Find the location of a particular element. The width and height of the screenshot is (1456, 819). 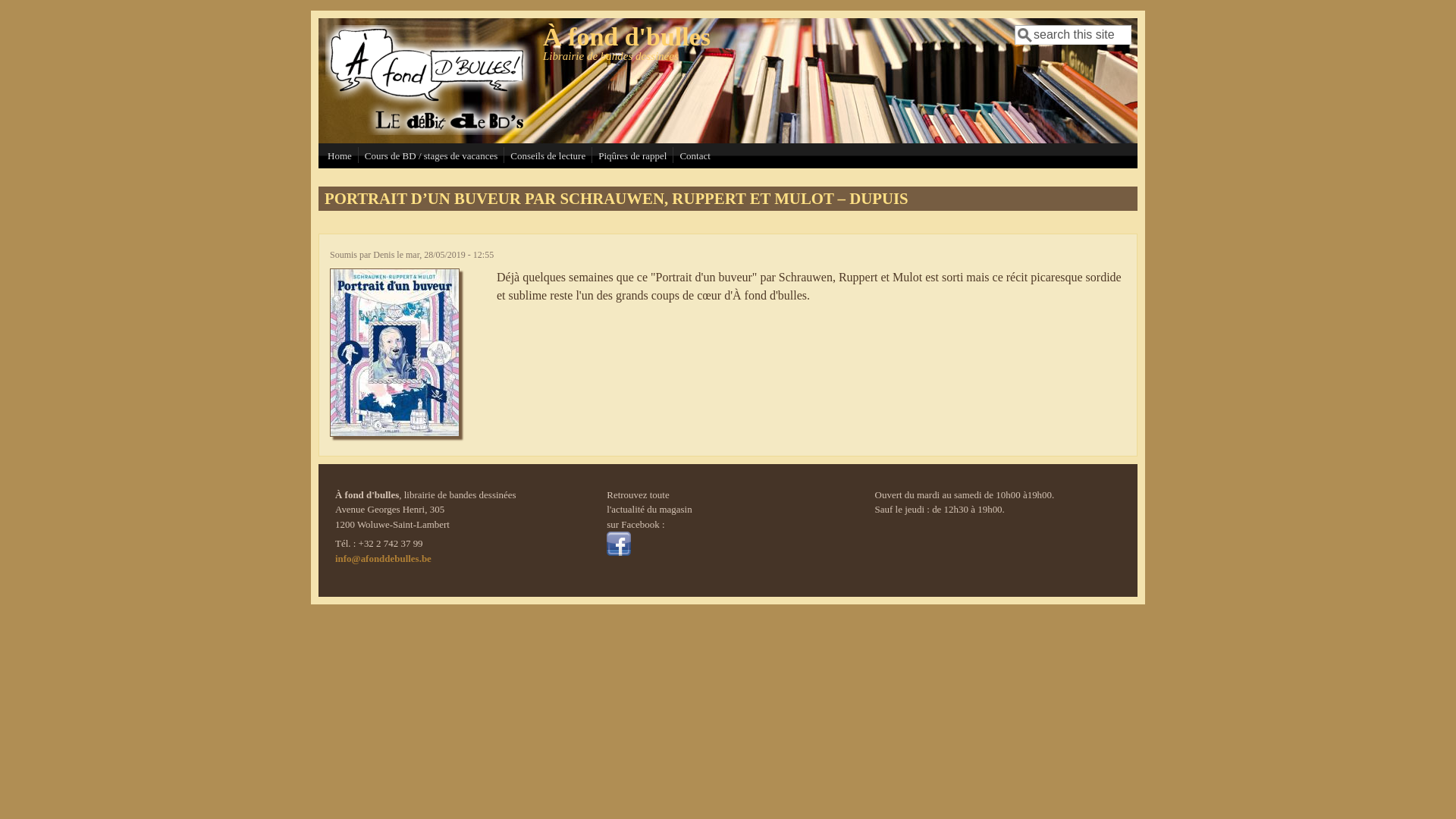

'Cours de BD / stages de vacances' is located at coordinates (360, 155).